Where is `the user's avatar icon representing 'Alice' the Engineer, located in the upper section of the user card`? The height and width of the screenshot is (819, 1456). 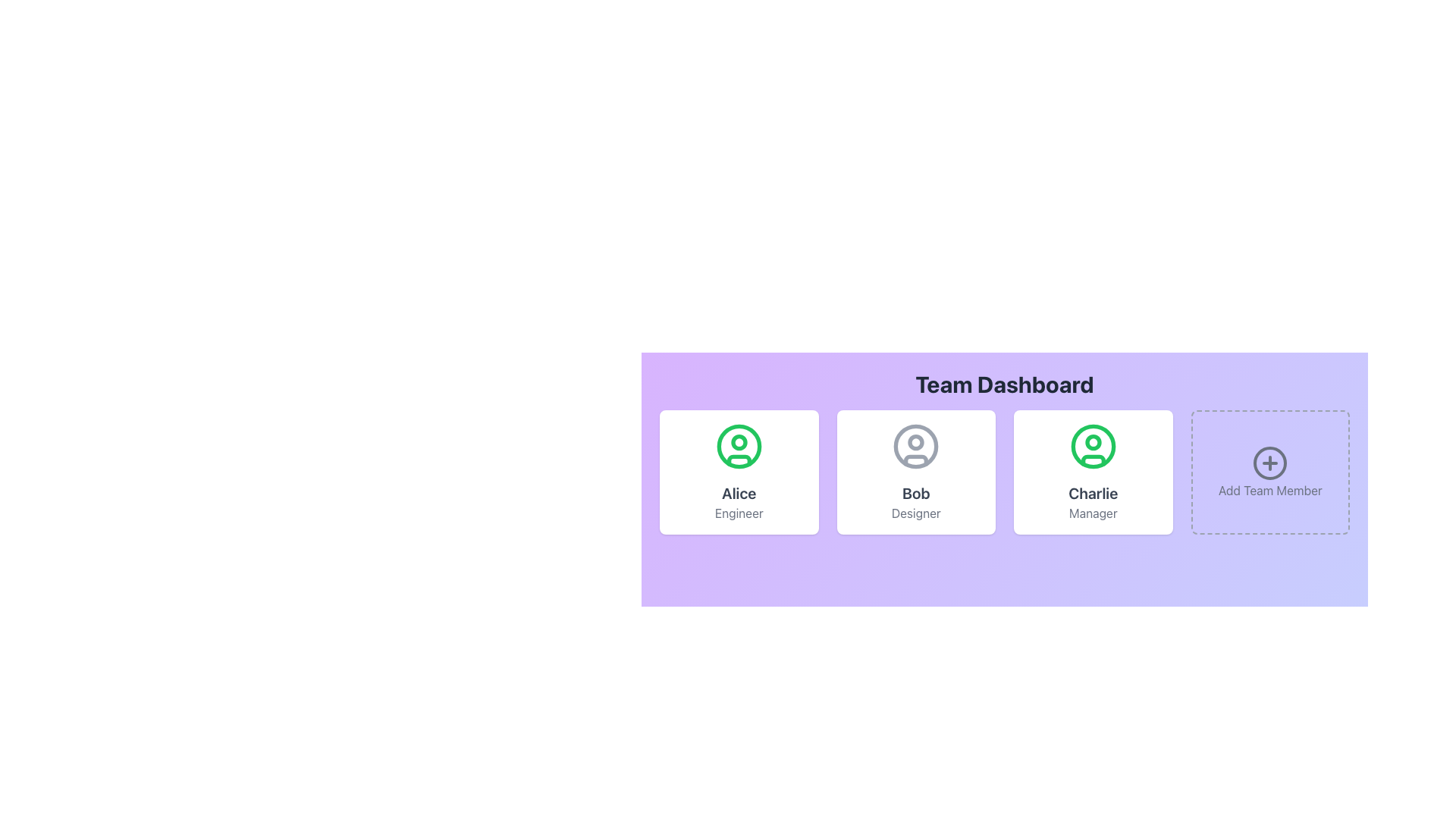 the user's avatar icon representing 'Alice' the Engineer, located in the upper section of the user card is located at coordinates (739, 446).